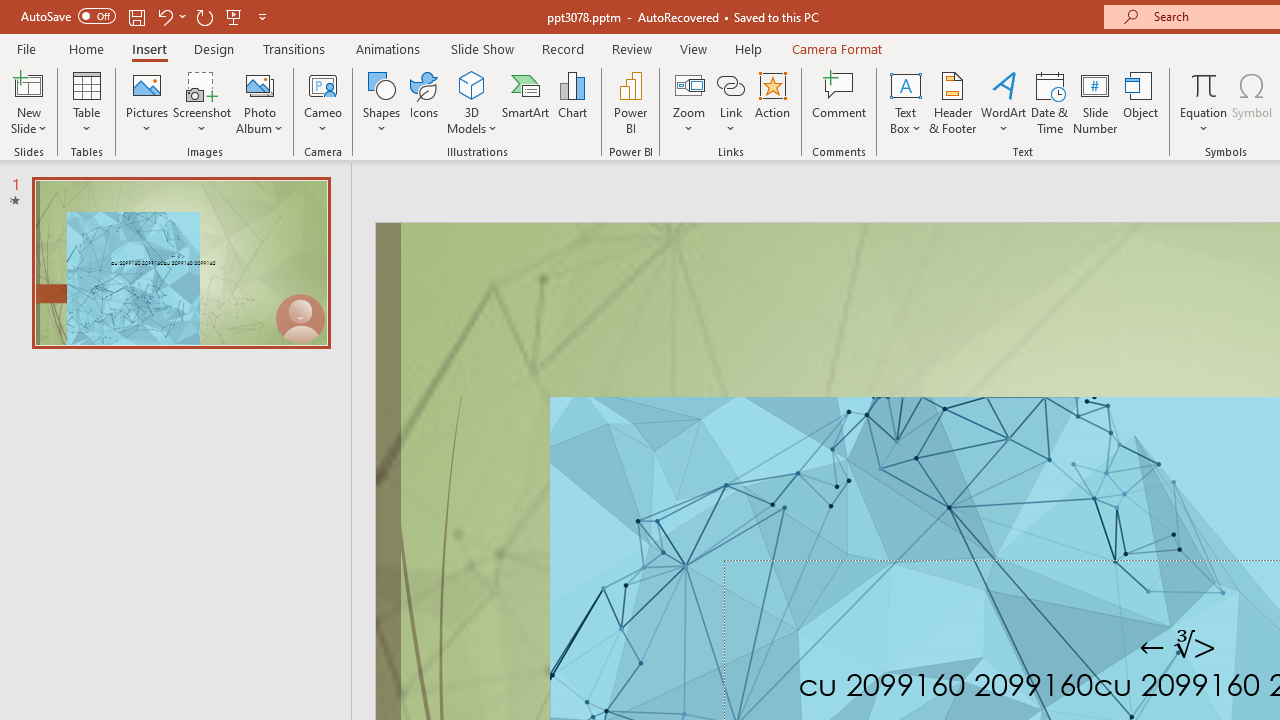 Image resolution: width=1280 pixels, height=720 pixels. I want to click on '3D Models', so click(471, 84).